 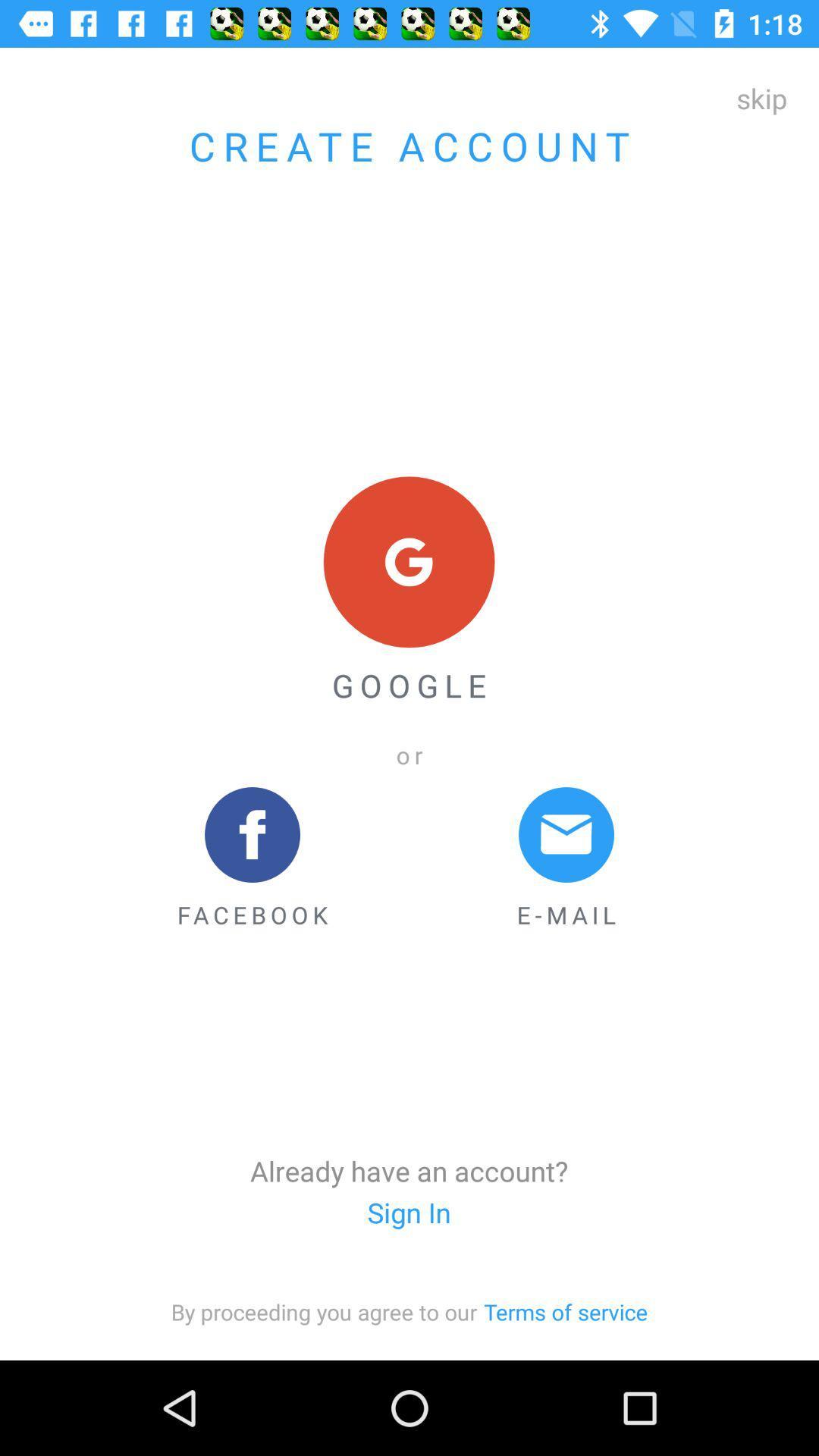 I want to click on skip, so click(x=761, y=97).